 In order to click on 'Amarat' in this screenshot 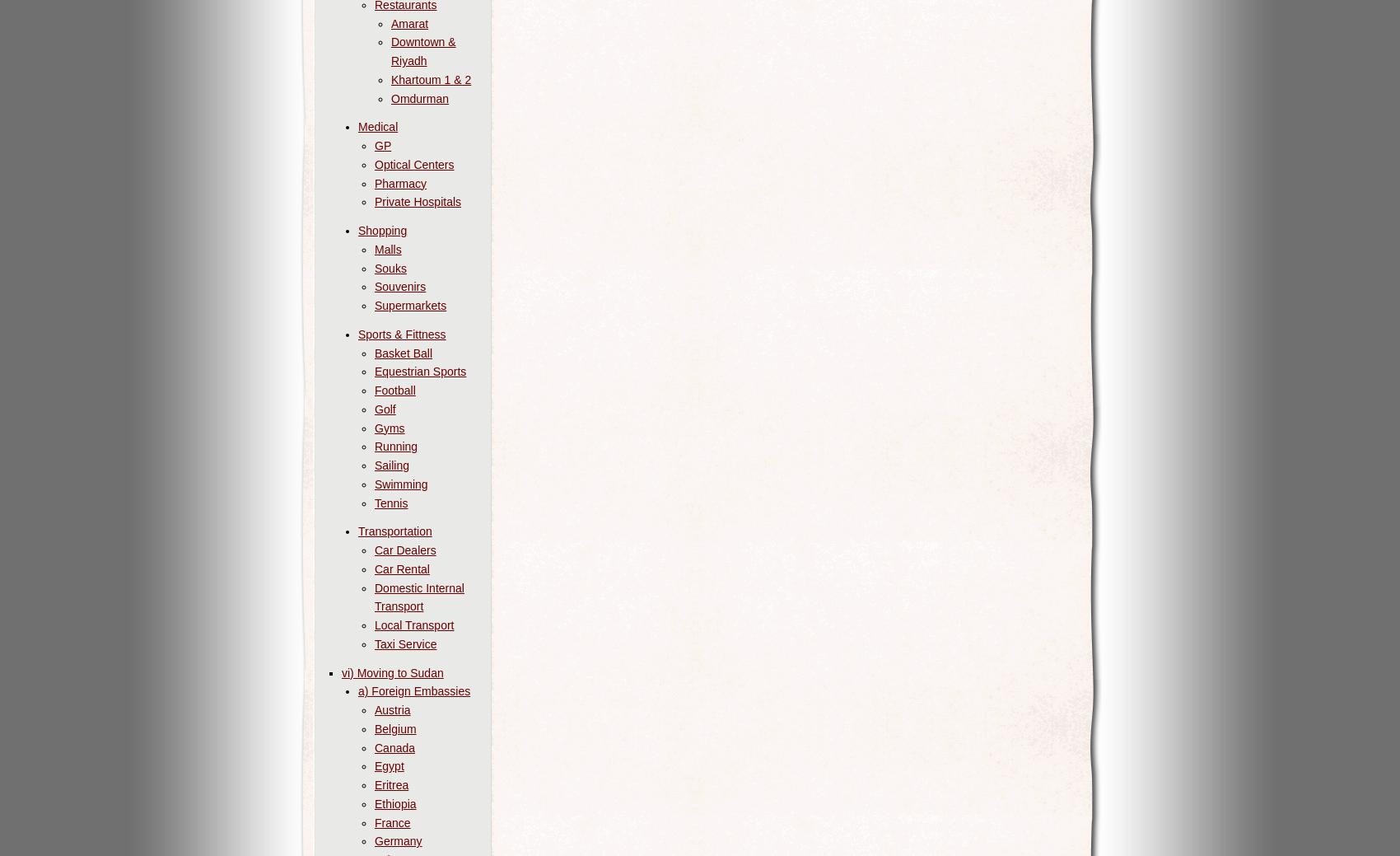, I will do `click(409, 21)`.